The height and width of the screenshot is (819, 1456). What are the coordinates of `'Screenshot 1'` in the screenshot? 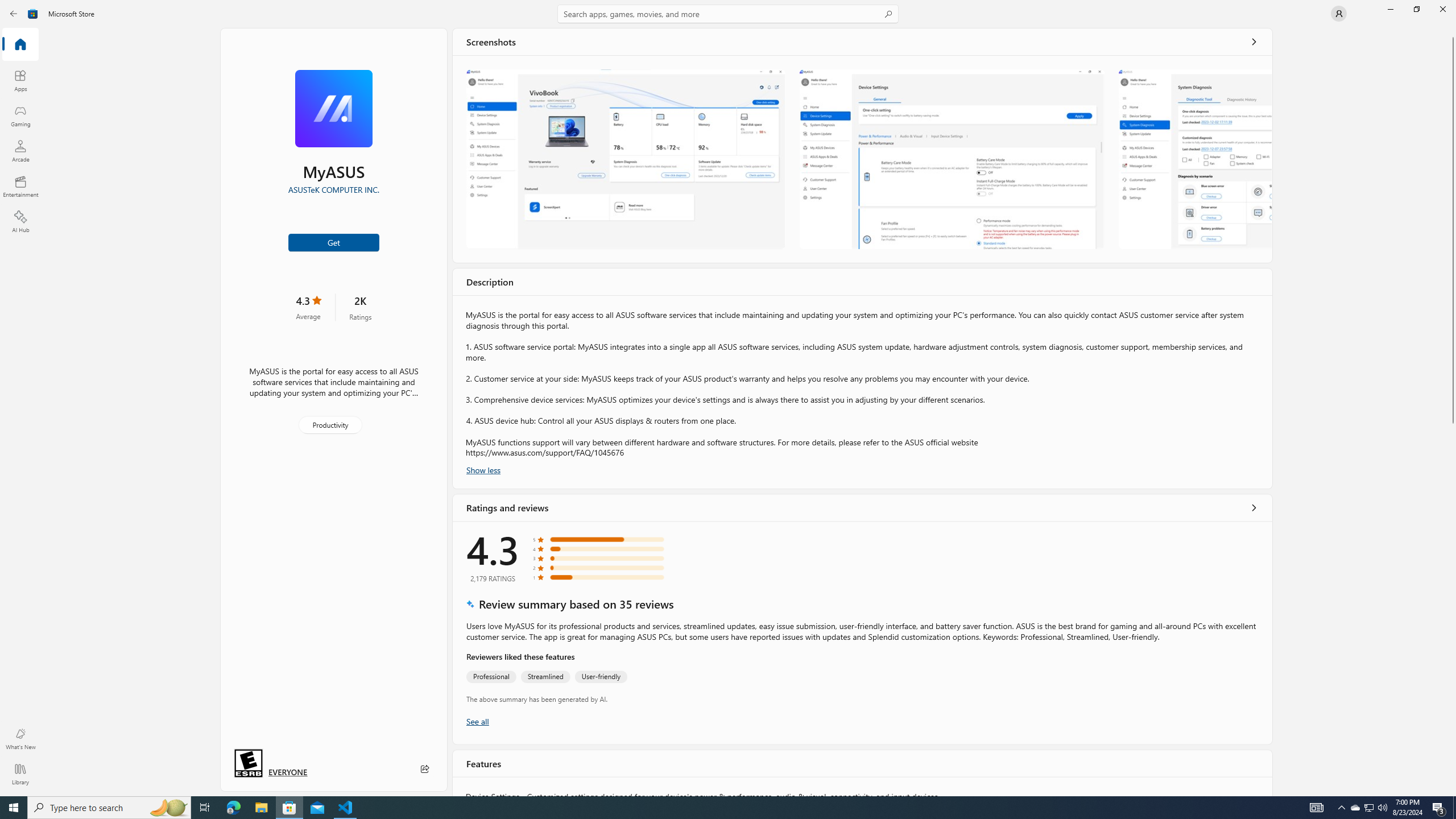 It's located at (624, 159).